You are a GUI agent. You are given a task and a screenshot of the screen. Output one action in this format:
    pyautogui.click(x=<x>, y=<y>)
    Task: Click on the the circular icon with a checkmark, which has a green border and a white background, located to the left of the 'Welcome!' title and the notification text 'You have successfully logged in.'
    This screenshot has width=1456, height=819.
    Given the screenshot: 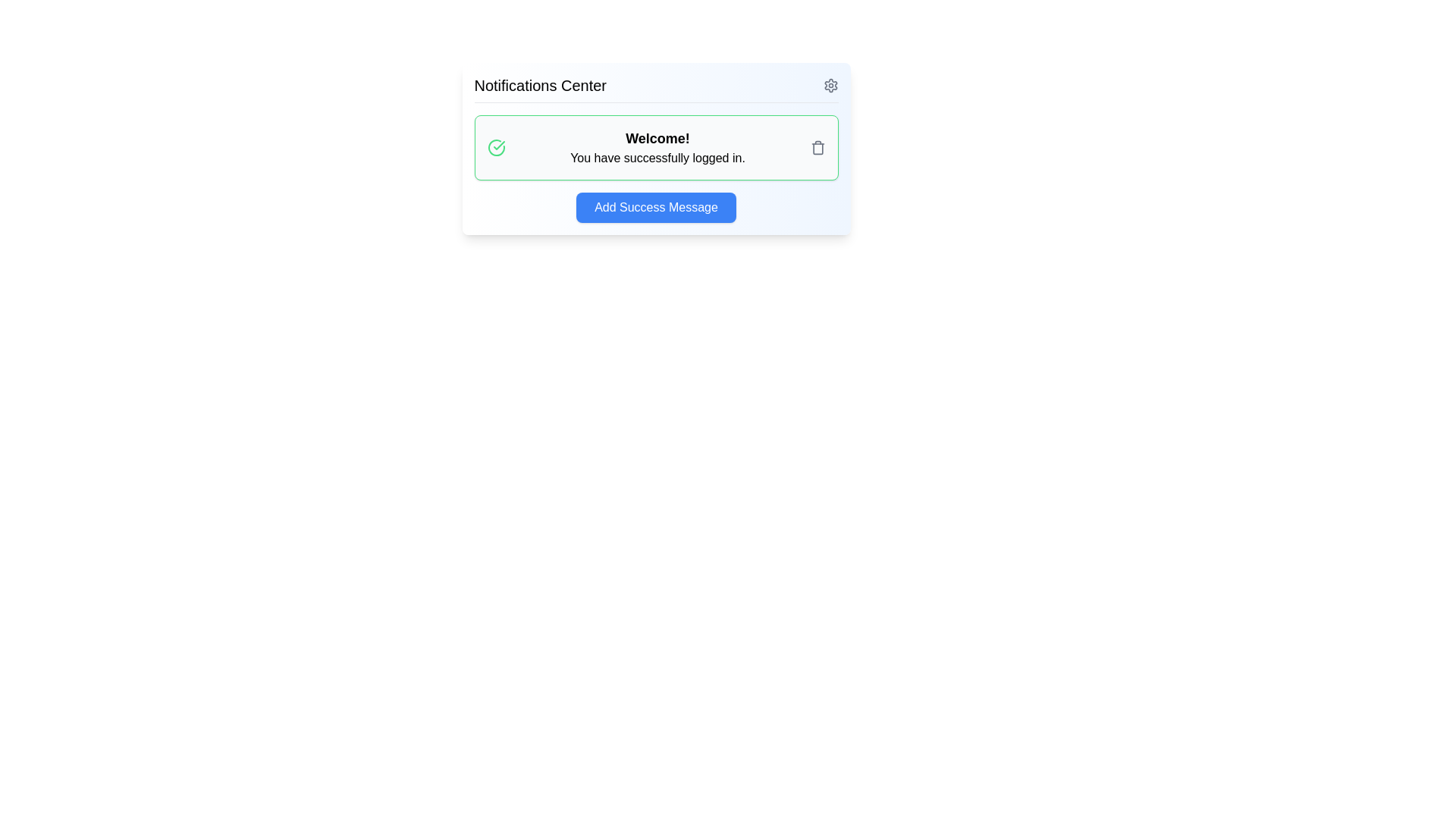 What is the action you would take?
    pyautogui.click(x=496, y=148)
    